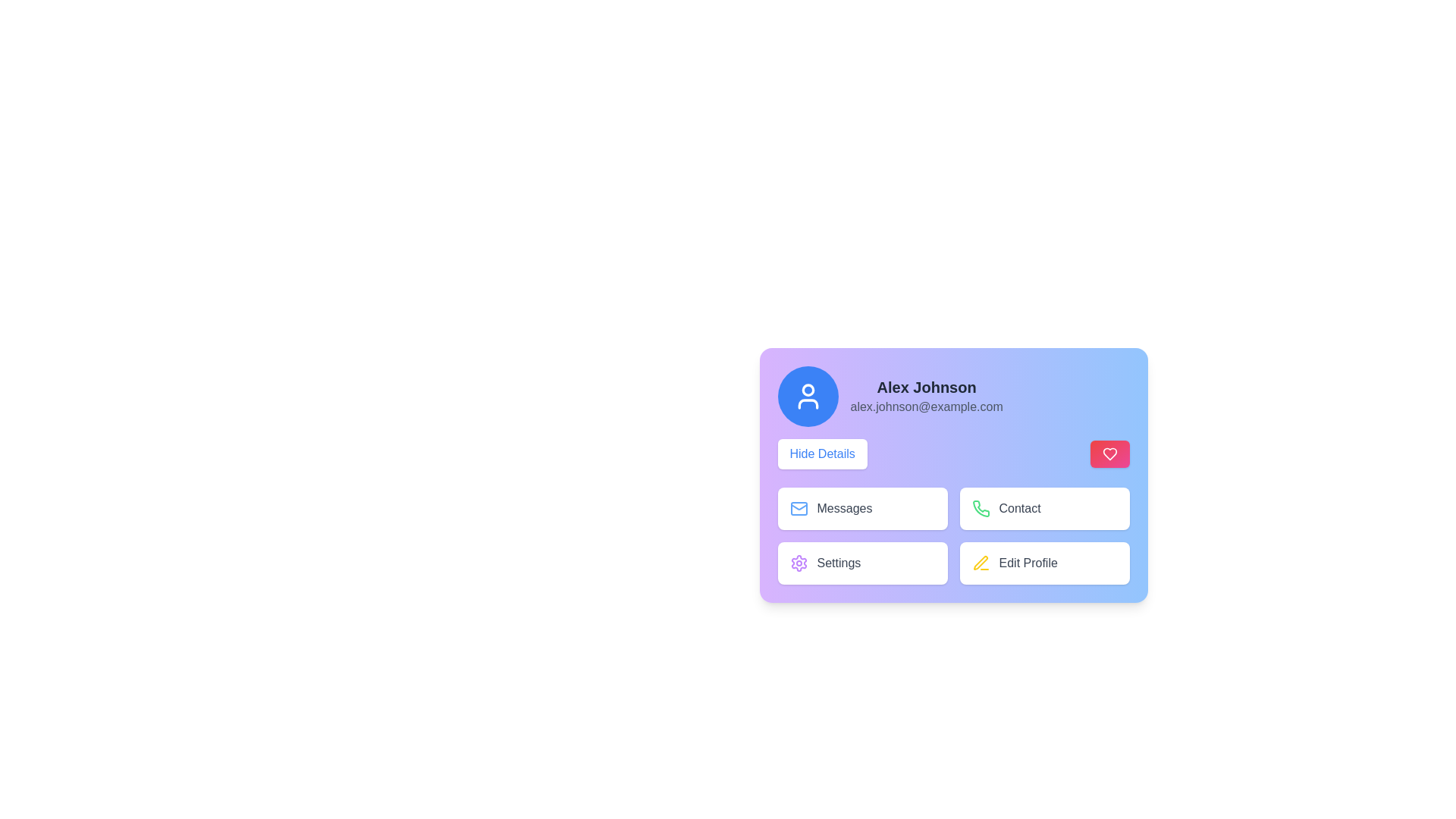  I want to click on the navigational button for messages, which is the first item in the grid layout and located above the 'Settings' button, so click(862, 509).